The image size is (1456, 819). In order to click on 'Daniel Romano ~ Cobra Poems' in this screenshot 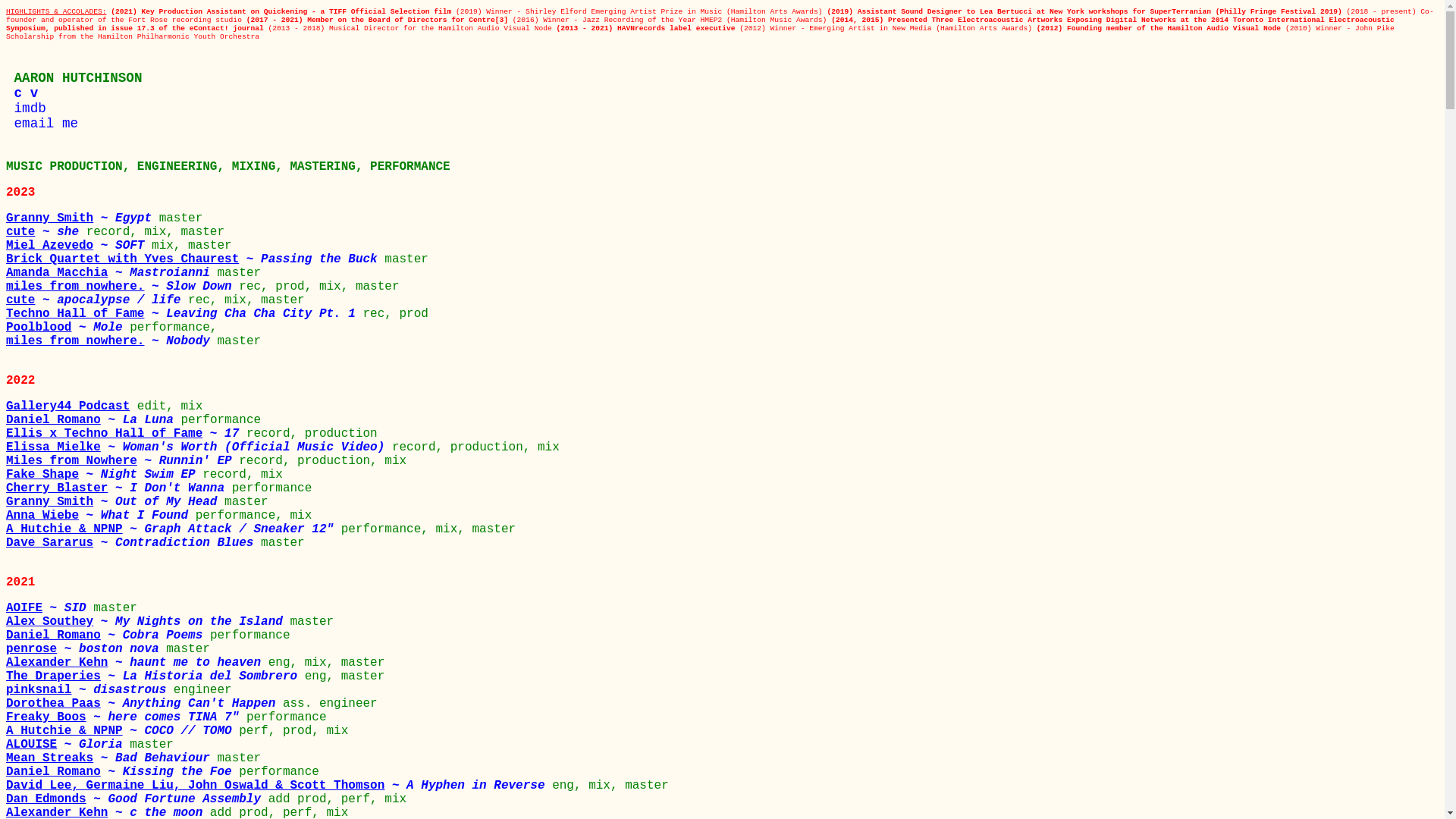, I will do `click(107, 635)`.